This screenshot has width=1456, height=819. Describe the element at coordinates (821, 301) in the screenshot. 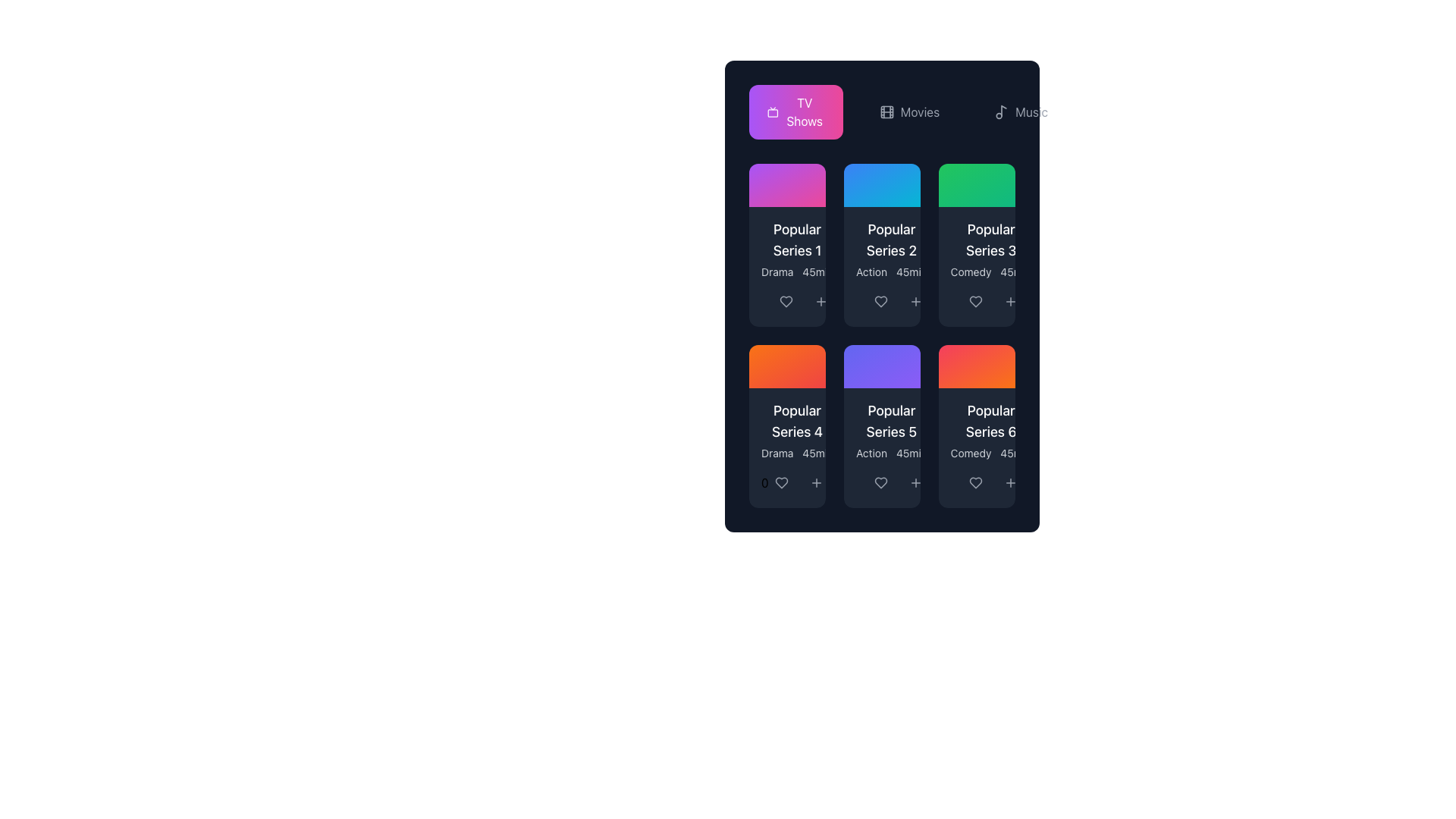

I see `the button with a plus icon, located next to the heart icon in the 'Popular Series 2' card, for keyboard navigation` at that location.